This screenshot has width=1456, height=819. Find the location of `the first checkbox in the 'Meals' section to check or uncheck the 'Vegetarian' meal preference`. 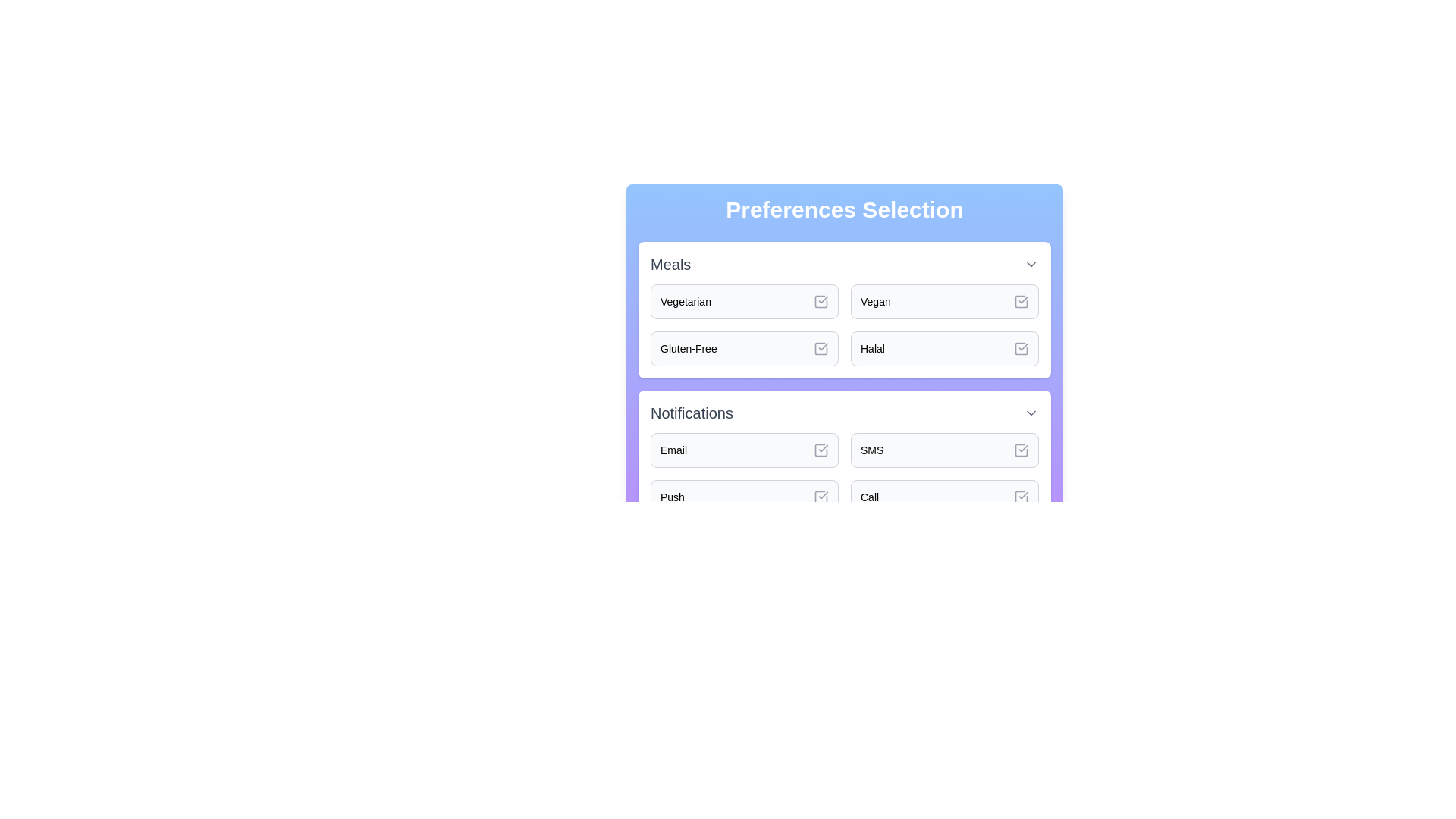

the first checkbox in the 'Meals' section to check or uncheck the 'Vegetarian' meal preference is located at coordinates (821, 301).